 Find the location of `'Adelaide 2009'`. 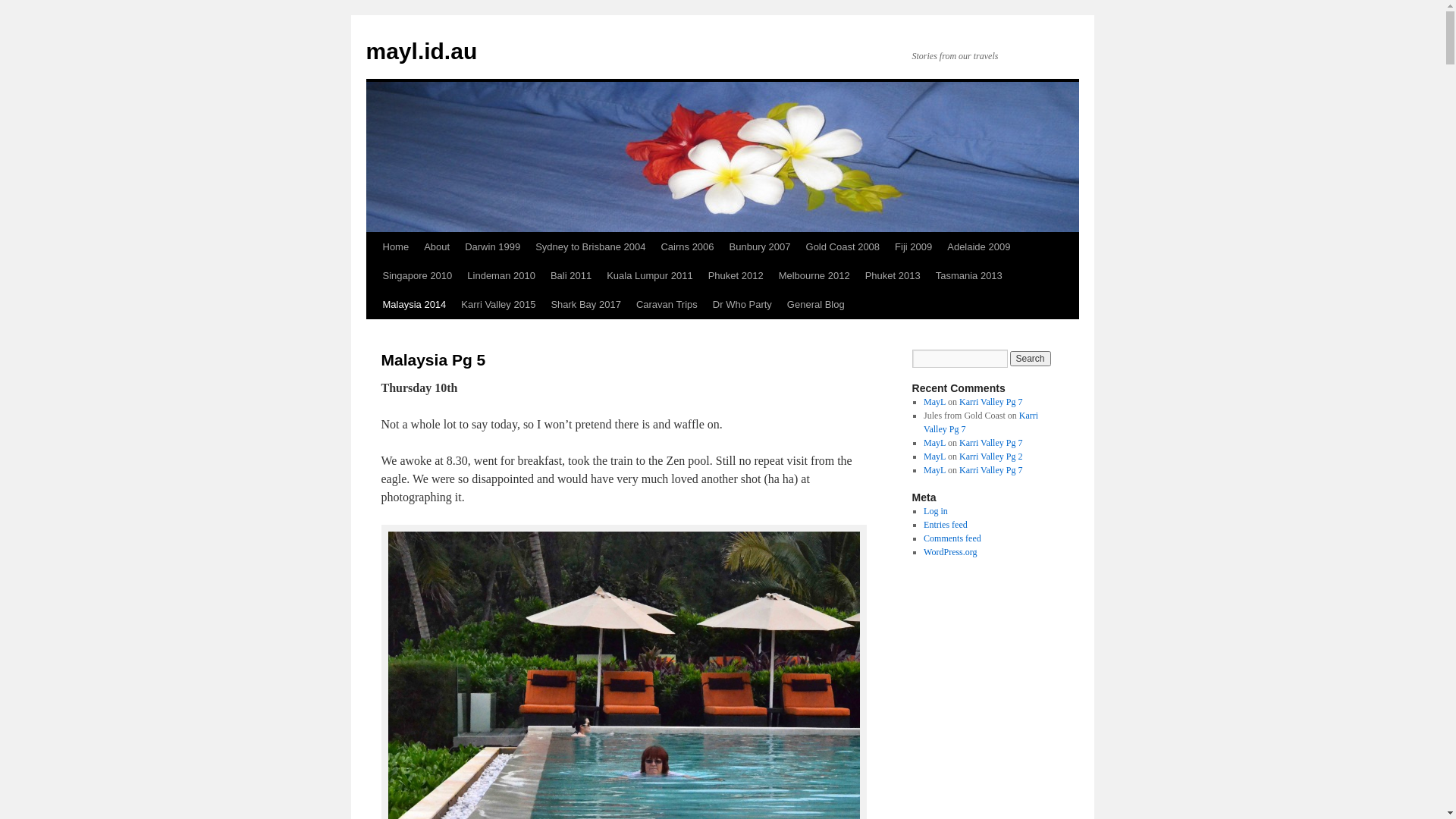

'Adelaide 2009' is located at coordinates (978, 246).